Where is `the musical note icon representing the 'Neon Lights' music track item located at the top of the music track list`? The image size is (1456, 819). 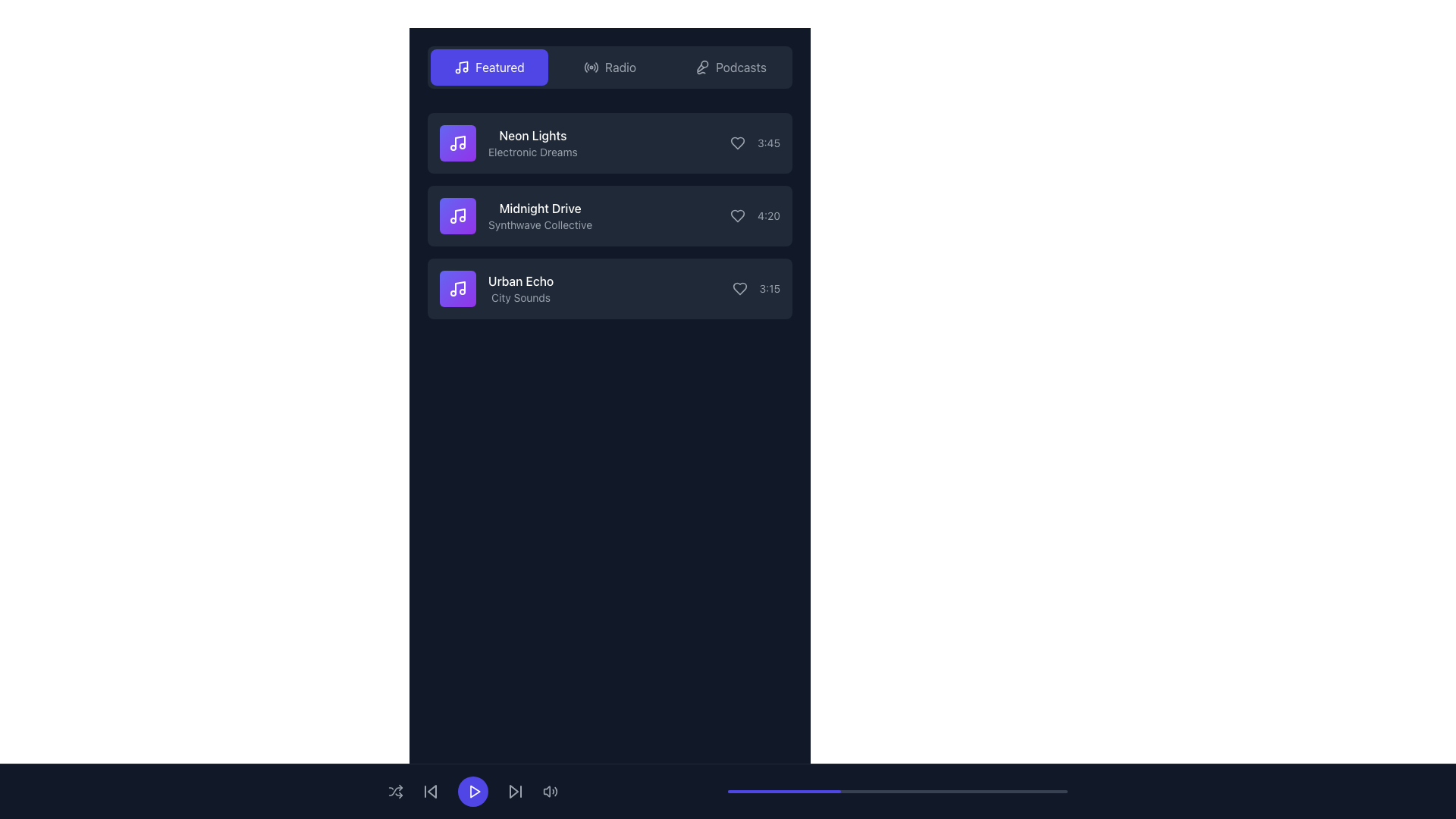 the musical note icon representing the 'Neon Lights' music track item located at the top of the music track list is located at coordinates (457, 143).